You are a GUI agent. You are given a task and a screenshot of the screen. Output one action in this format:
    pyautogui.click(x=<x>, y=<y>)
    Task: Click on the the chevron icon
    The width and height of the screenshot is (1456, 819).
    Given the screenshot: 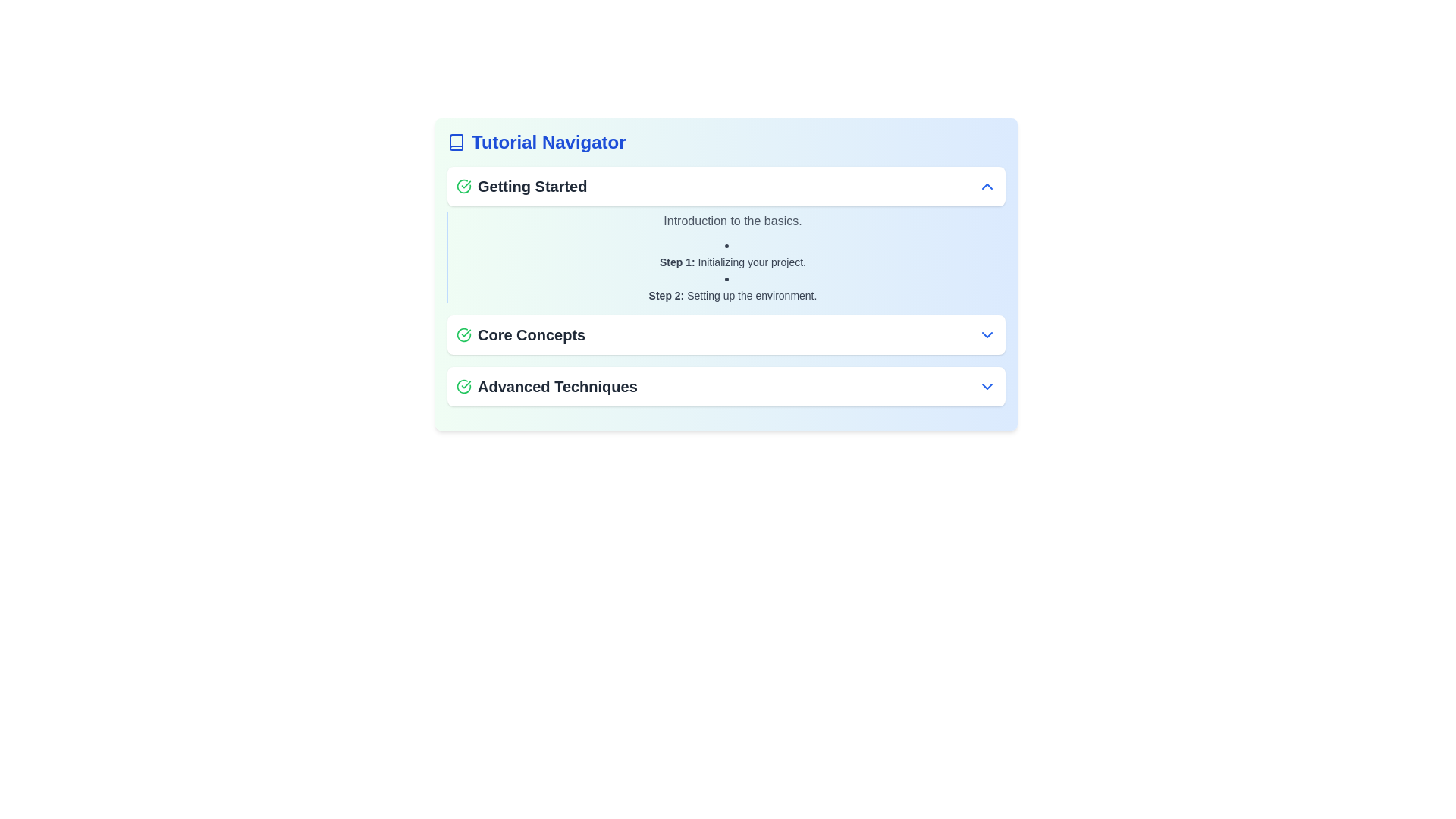 What is the action you would take?
    pyautogui.click(x=987, y=385)
    